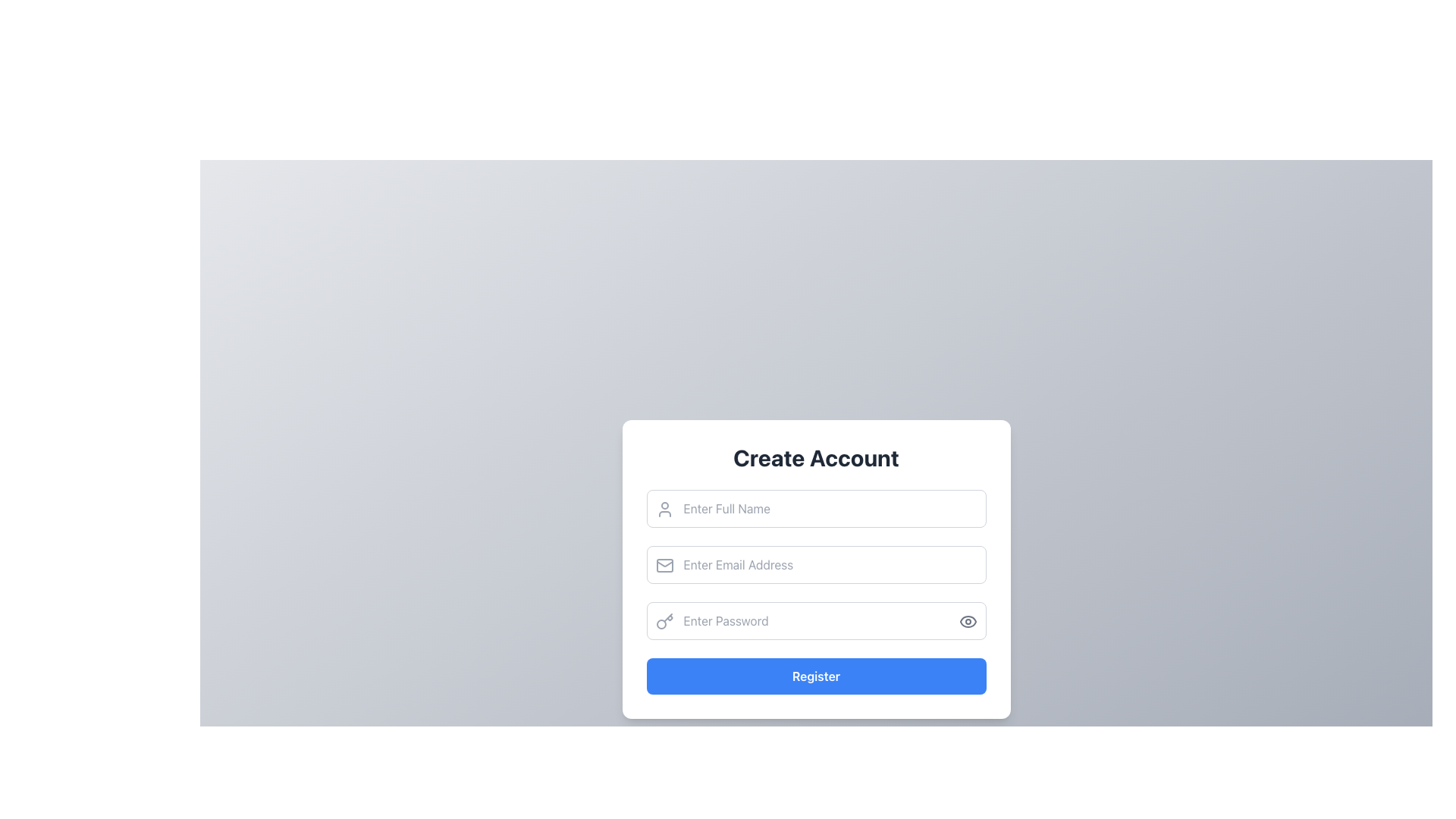 This screenshot has height=819, width=1456. Describe the element at coordinates (967, 622) in the screenshot. I see `the graphical eye icon located on the far right of the password input field in the third vertical row` at that location.